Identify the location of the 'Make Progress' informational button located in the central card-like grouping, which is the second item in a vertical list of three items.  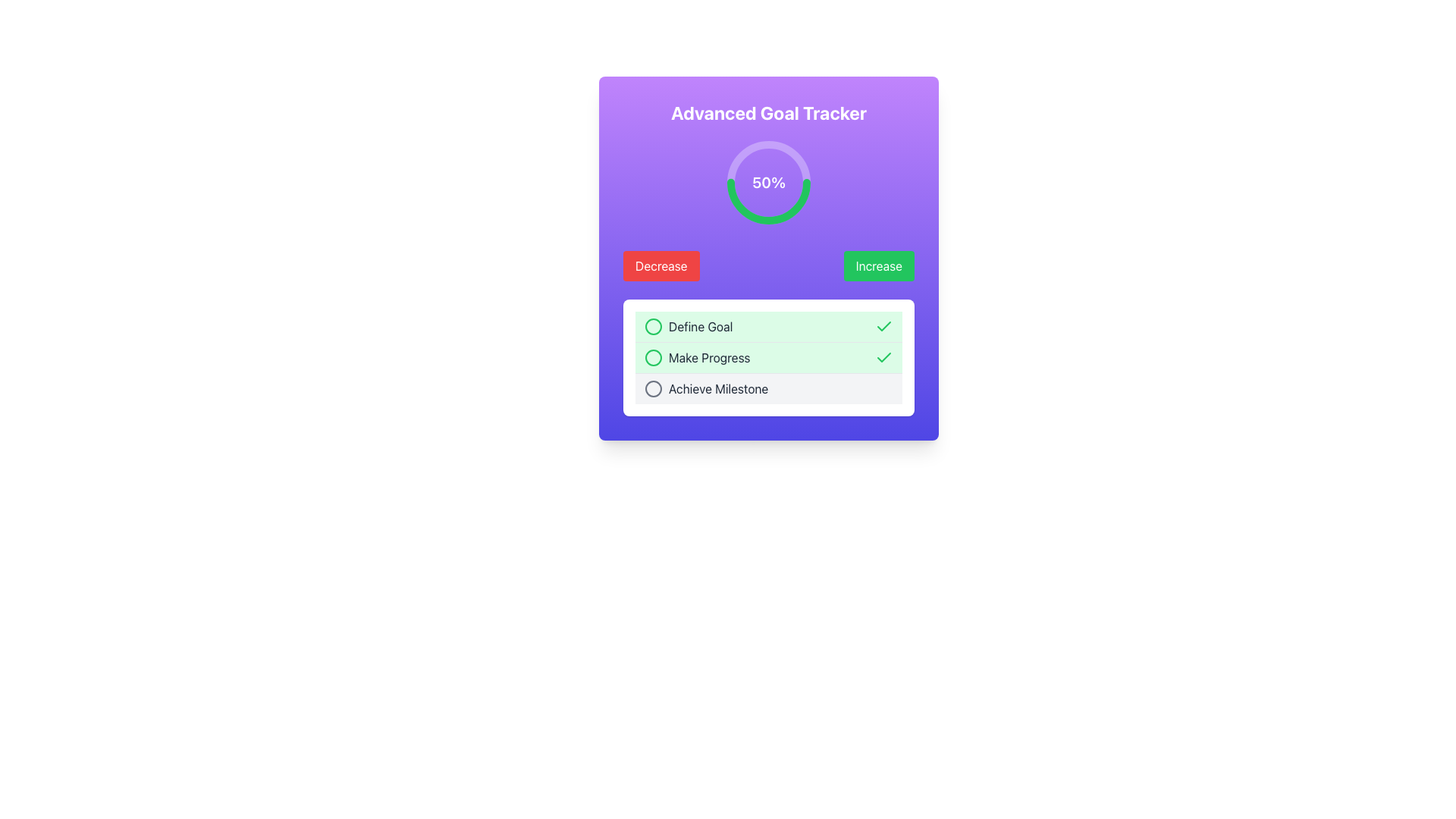
(768, 356).